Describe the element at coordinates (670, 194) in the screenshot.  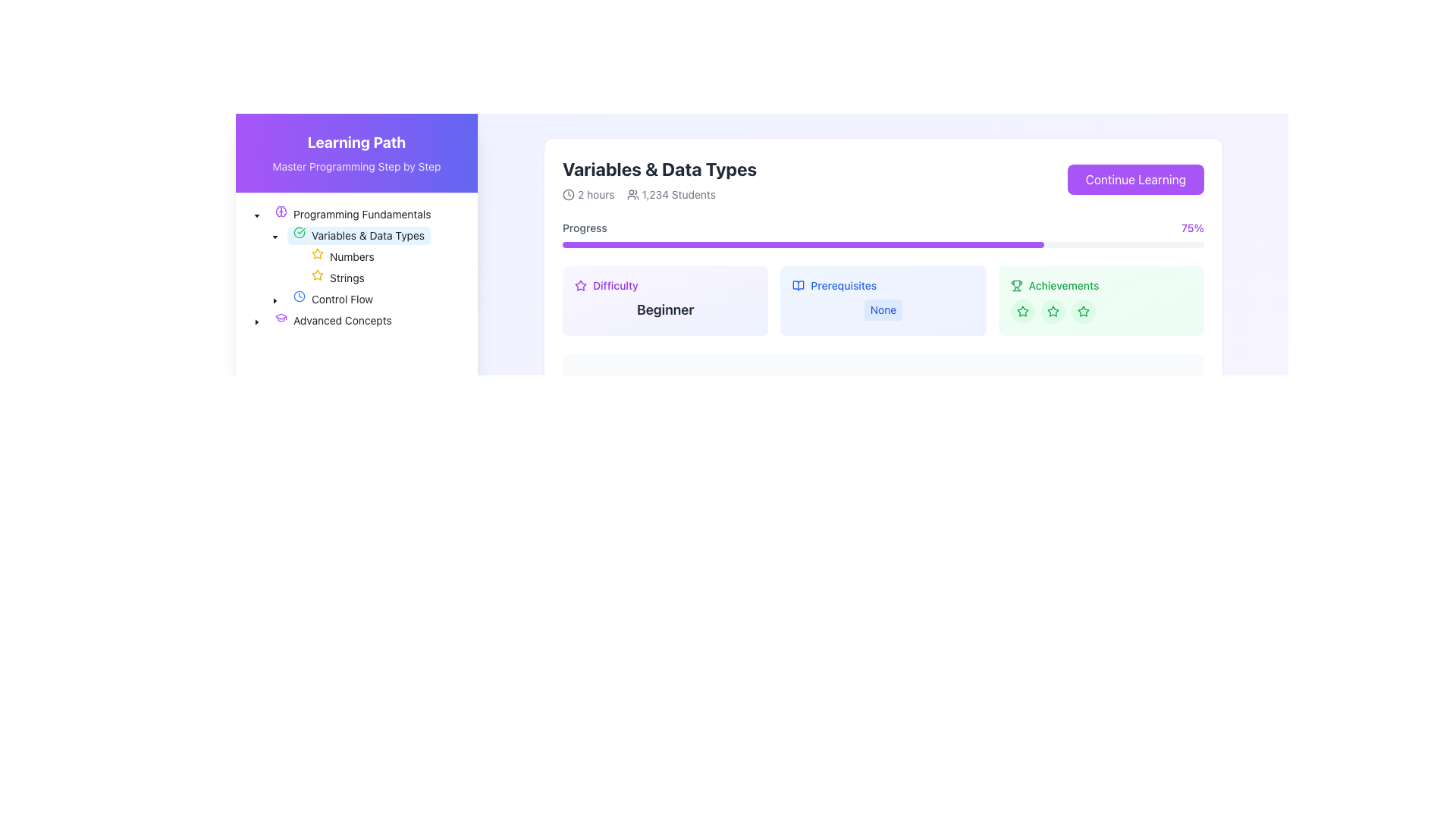
I see `the text label with icon that provides information about the number of students enrolled in the course, located to the right of the '2 hours' label in the course information section` at that location.